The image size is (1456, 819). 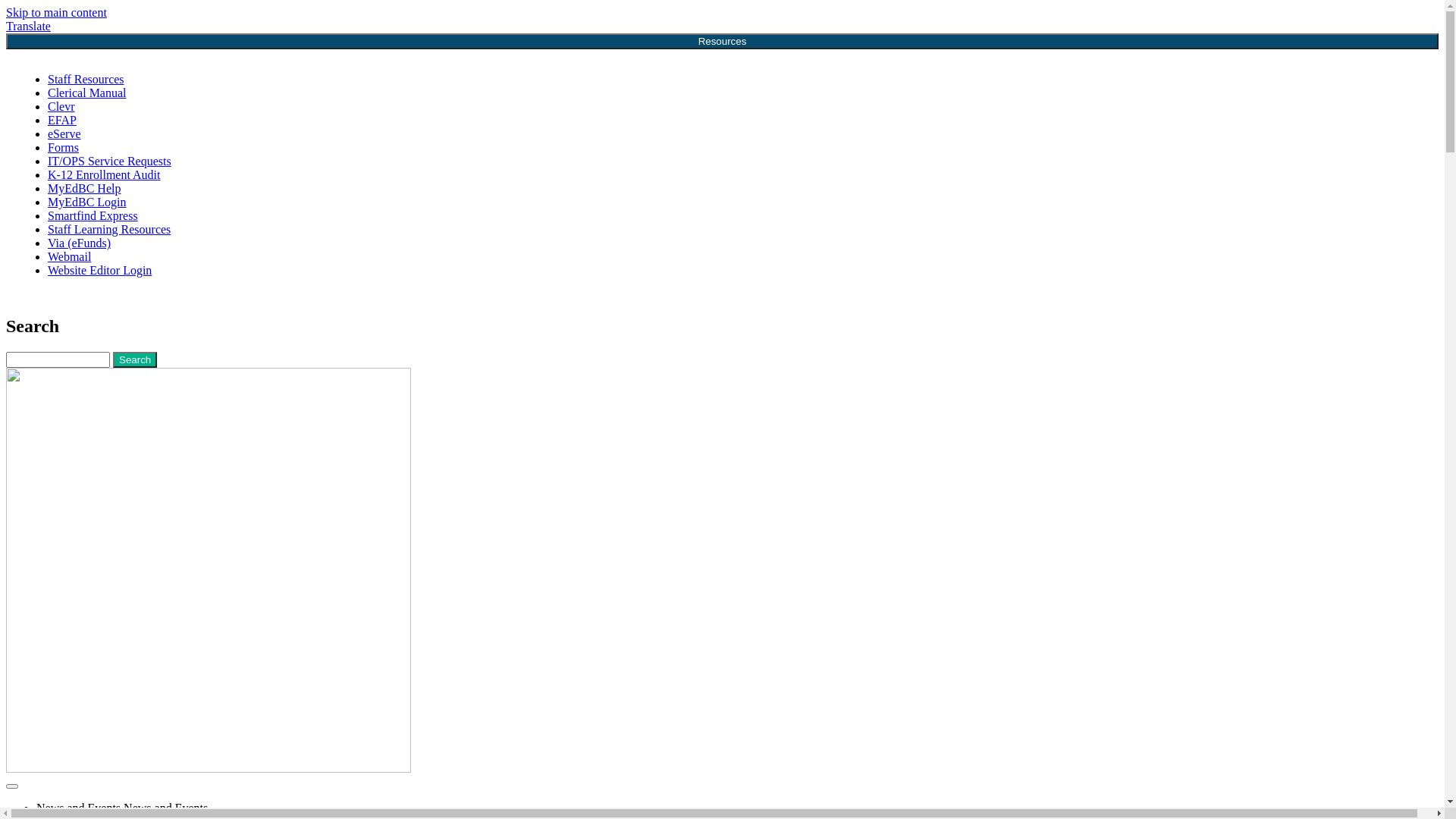 I want to click on 'Staff Resources', so click(x=85, y=79).